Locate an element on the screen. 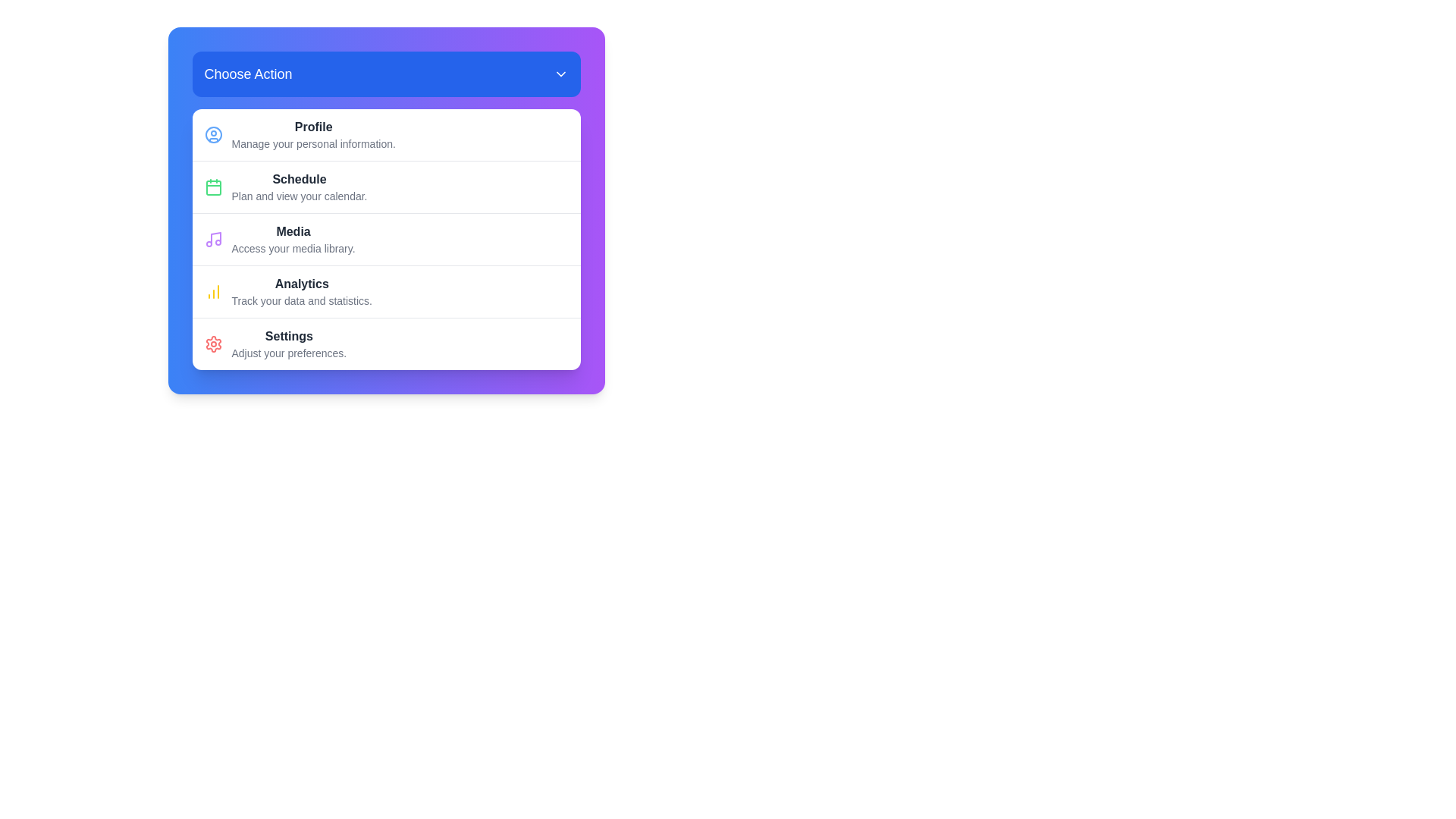 The image size is (1456, 819). the 'Profile' list item element, which is the first item in a list with a user icon and a description below it is located at coordinates (386, 133).